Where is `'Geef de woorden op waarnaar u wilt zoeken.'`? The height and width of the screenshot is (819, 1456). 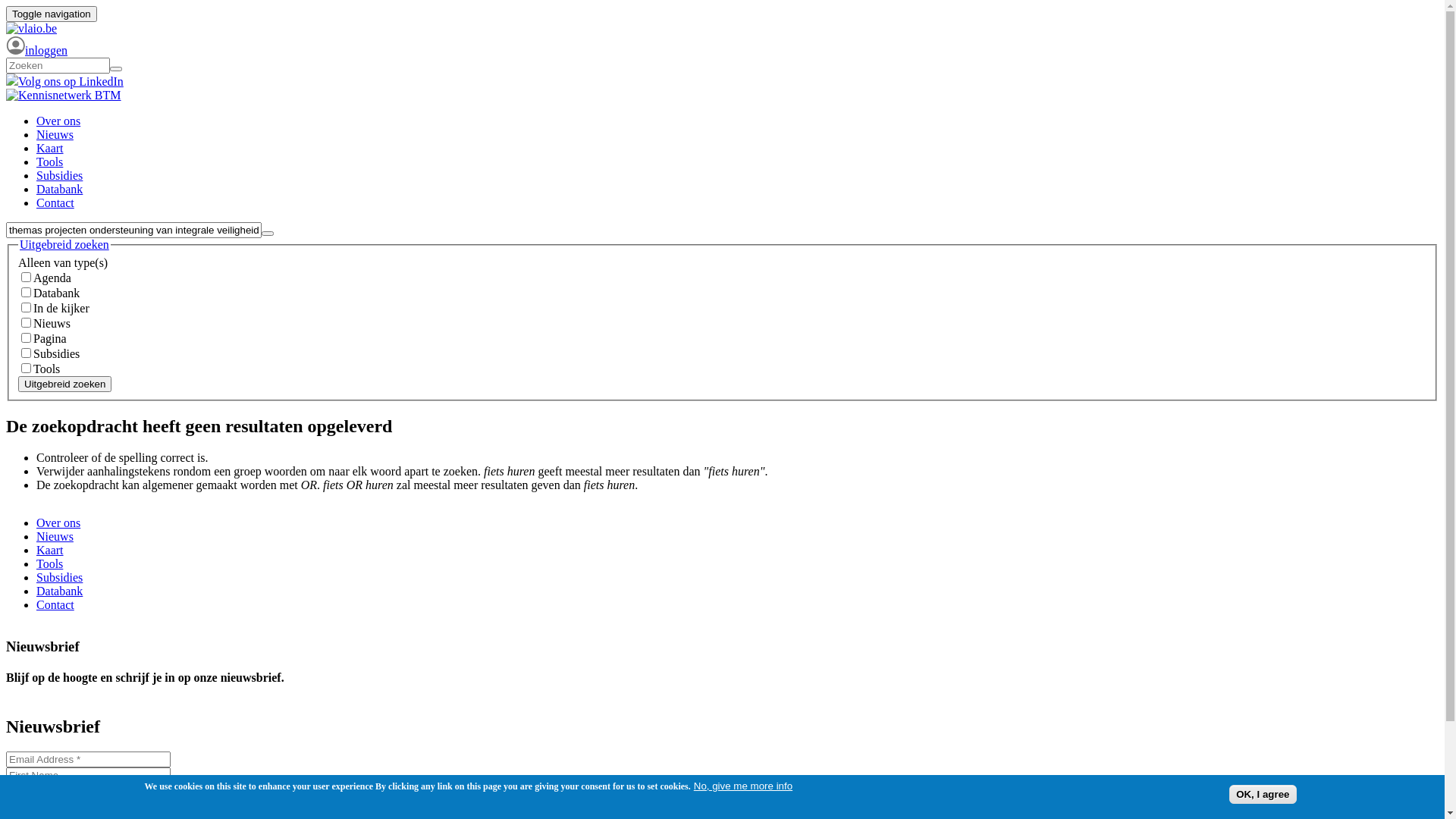
'Geef de woorden op waarnaar u wilt zoeken.' is located at coordinates (58, 64).